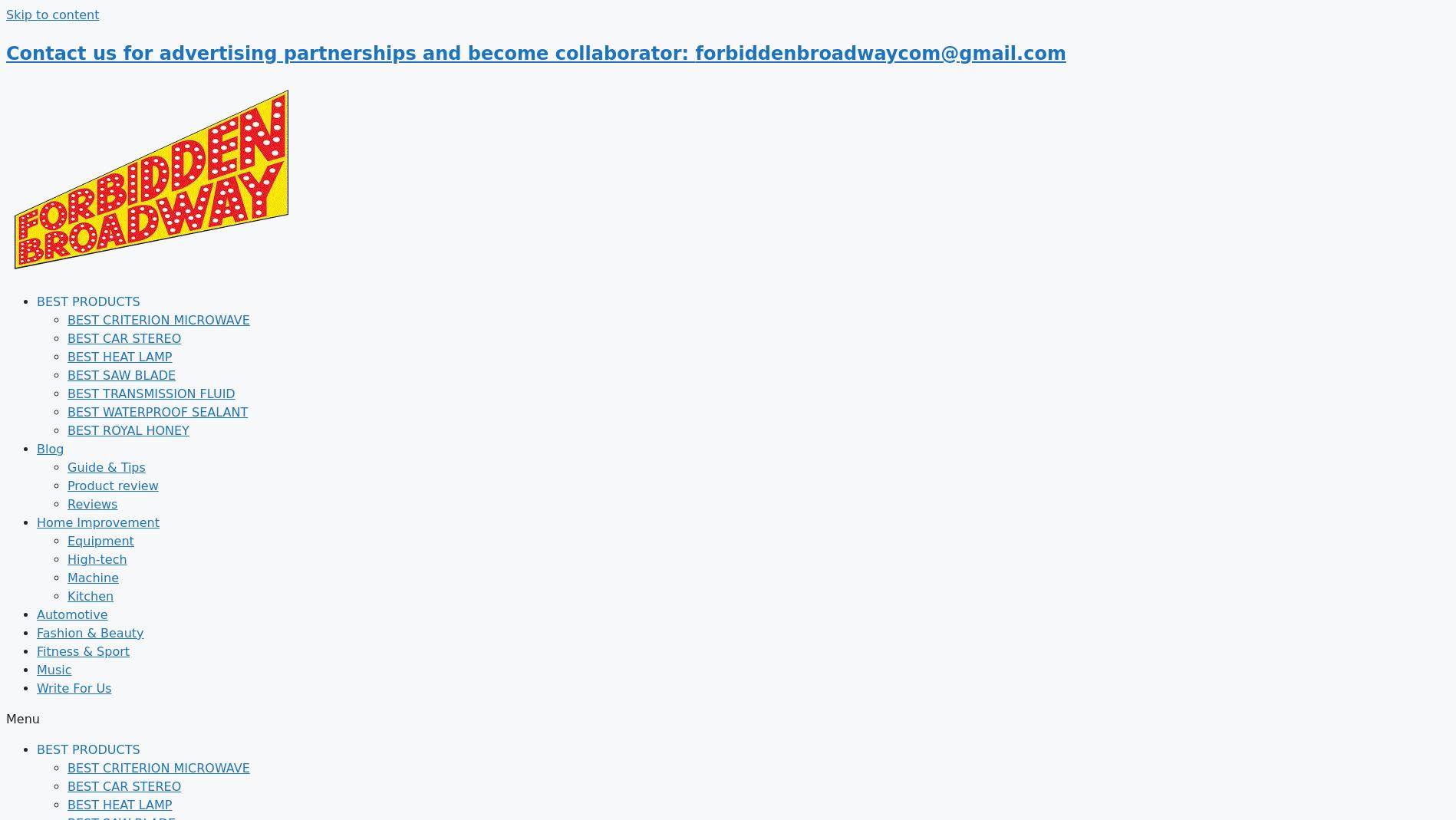 The height and width of the screenshot is (820, 1456). I want to click on 'Fashion & Beauty', so click(90, 632).